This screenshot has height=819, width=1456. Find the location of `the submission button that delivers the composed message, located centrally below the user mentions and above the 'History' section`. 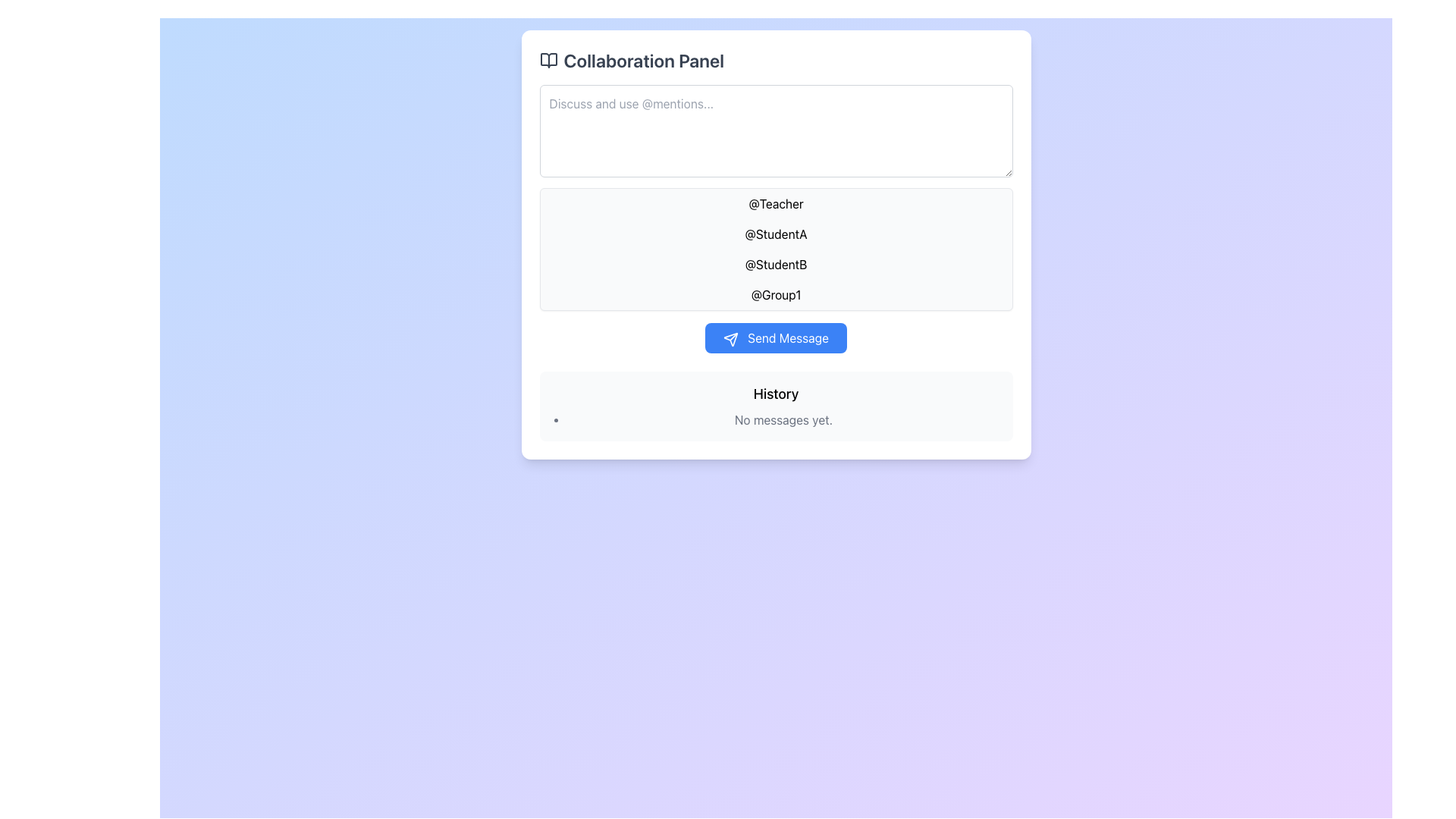

the submission button that delivers the composed message, located centrally below the user mentions and above the 'History' section is located at coordinates (776, 337).